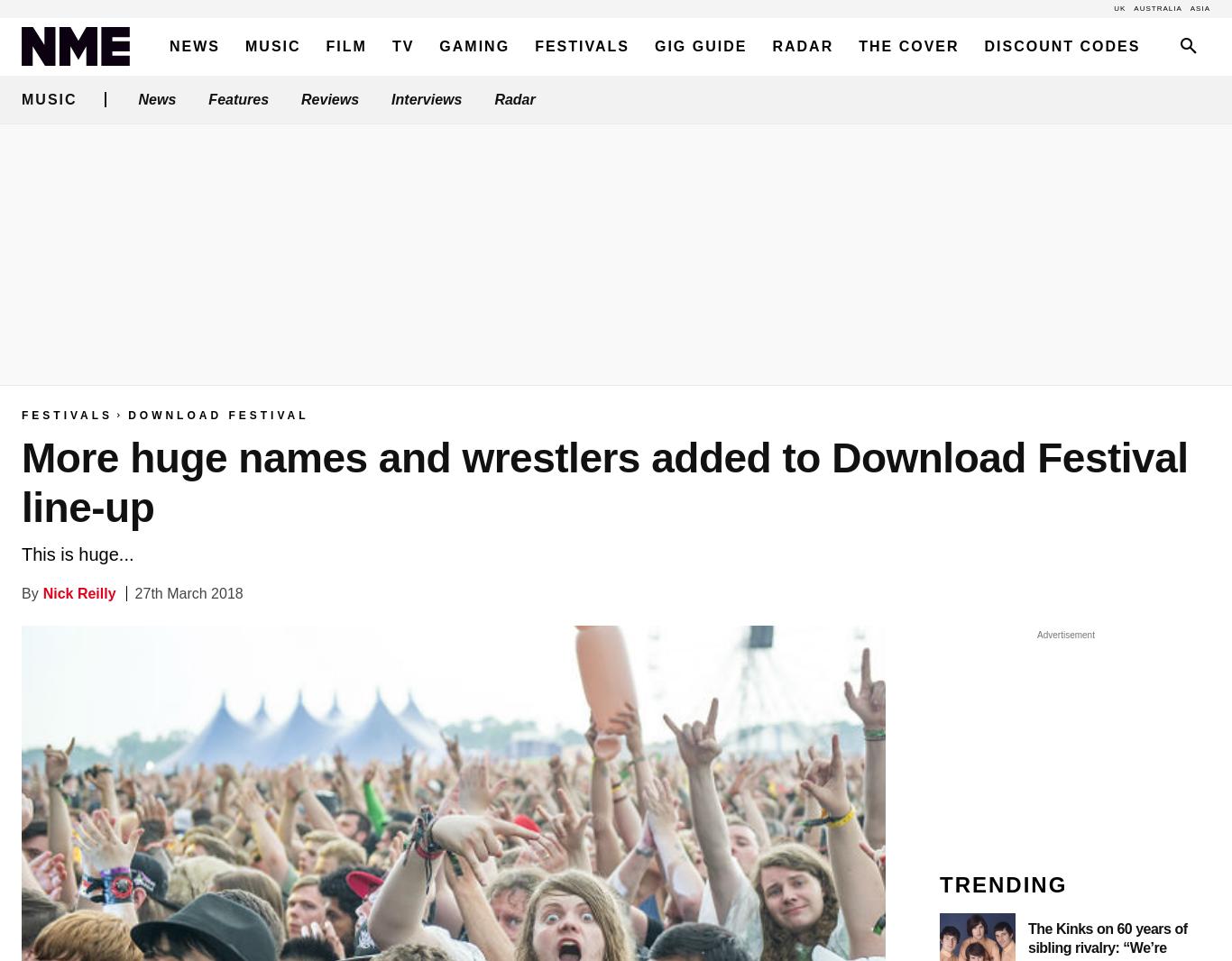  What do you see at coordinates (30, 592) in the screenshot?
I see `'By'` at bounding box center [30, 592].